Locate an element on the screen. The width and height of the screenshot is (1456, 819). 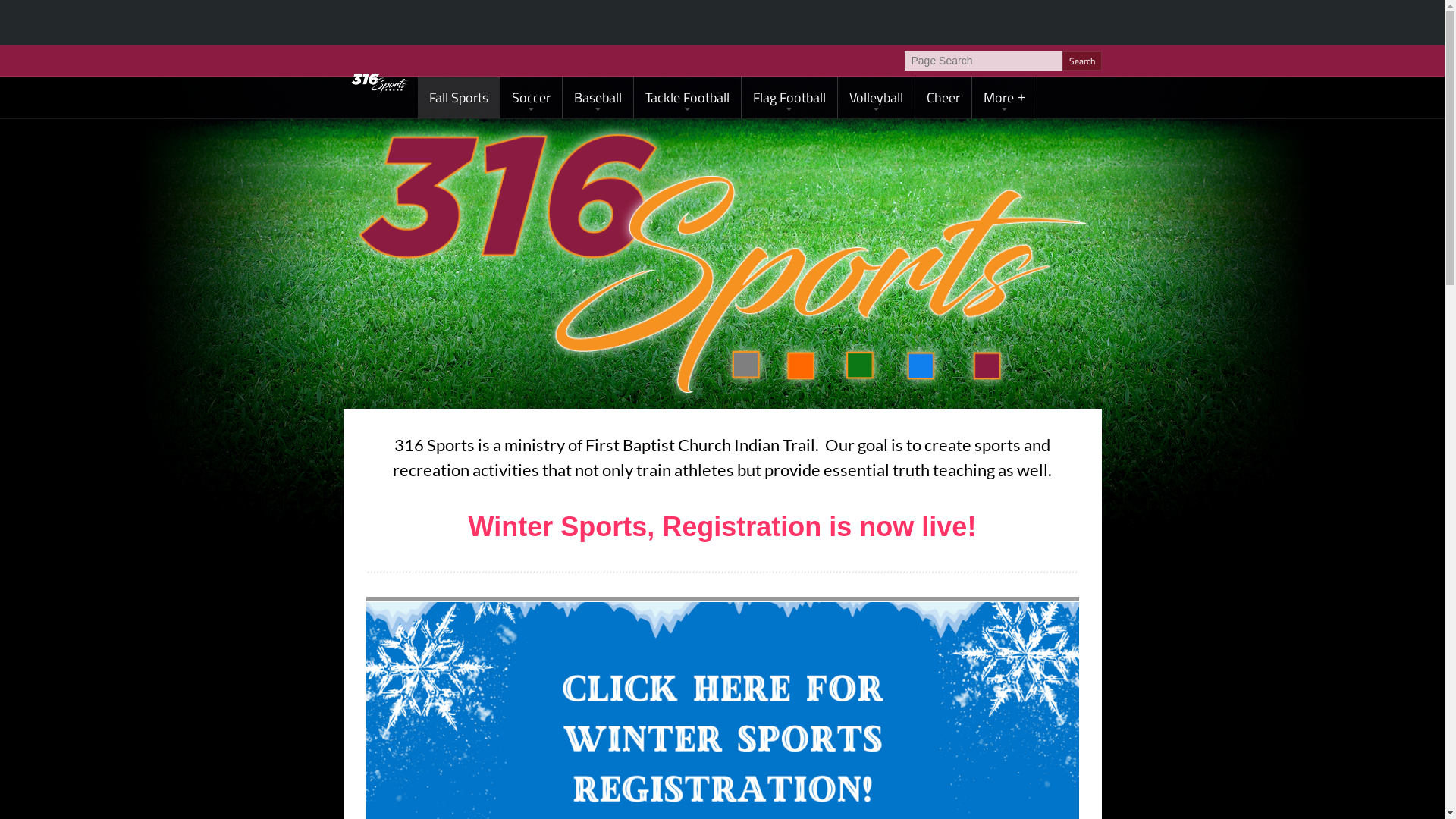
'Soccer' is located at coordinates (500, 97).